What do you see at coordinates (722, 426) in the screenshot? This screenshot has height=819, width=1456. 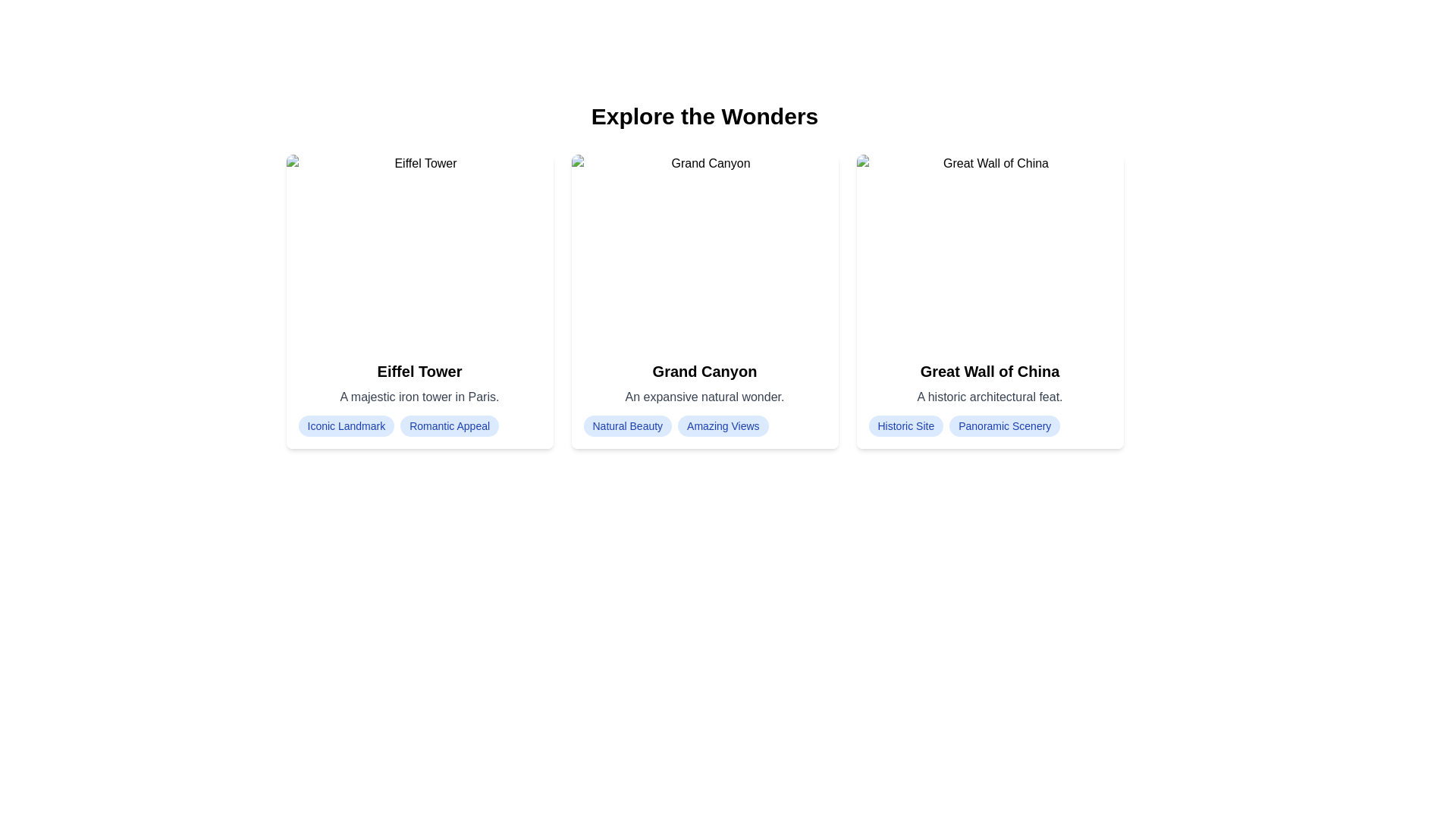 I see `the text content of the badge labeled 'Amazing Views' which is a small, horizontally-aligned label with rounded edges, located below the 'Grand Canyon' section and to the right of the 'Natural Beauty' tag` at bounding box center [722, 426].